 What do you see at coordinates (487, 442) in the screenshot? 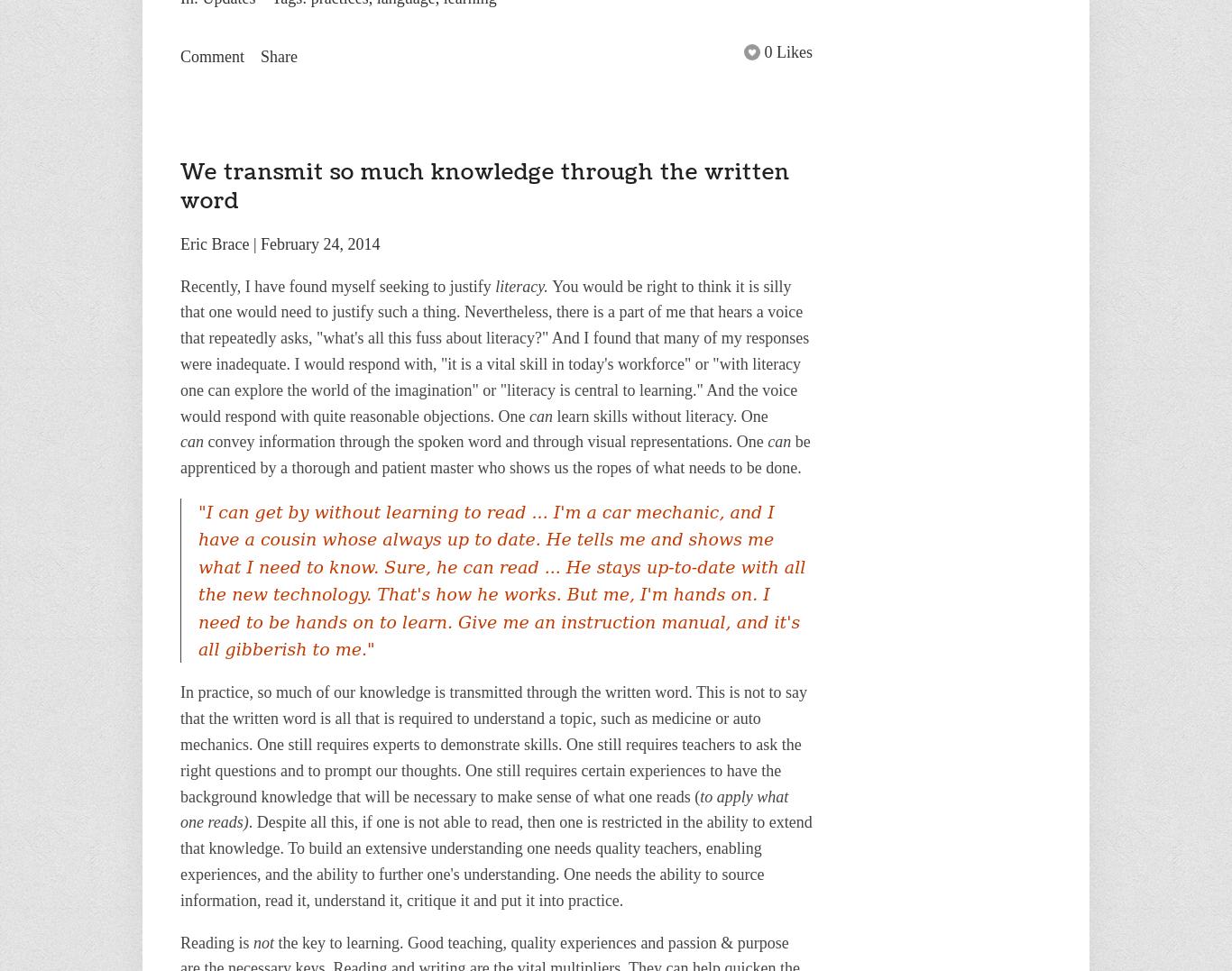
I see `'convey information through the spoken word and through visual representations. One'` at bounding box center [487, 442].